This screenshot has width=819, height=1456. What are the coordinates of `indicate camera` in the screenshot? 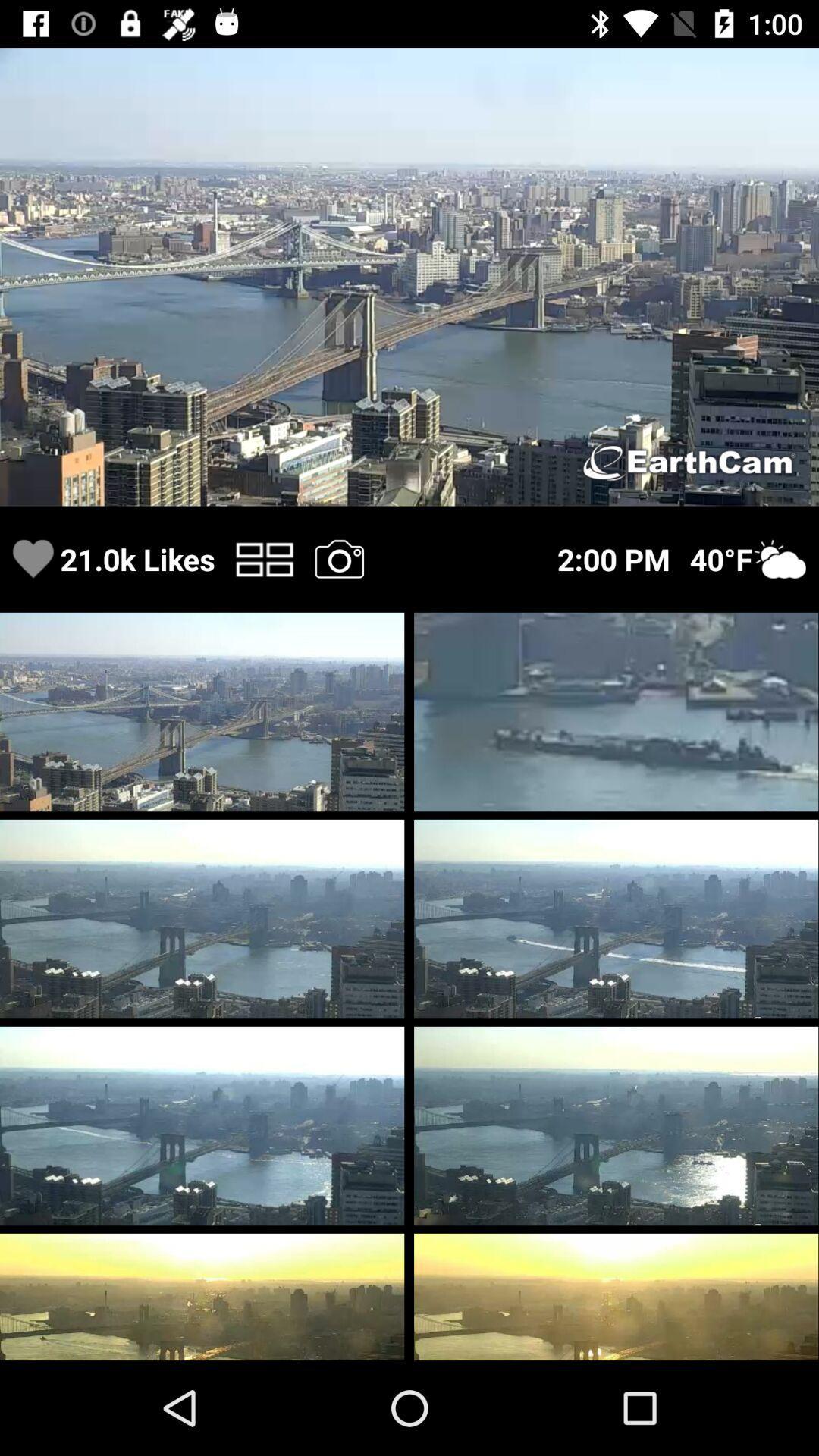 It's located at (338, 558).